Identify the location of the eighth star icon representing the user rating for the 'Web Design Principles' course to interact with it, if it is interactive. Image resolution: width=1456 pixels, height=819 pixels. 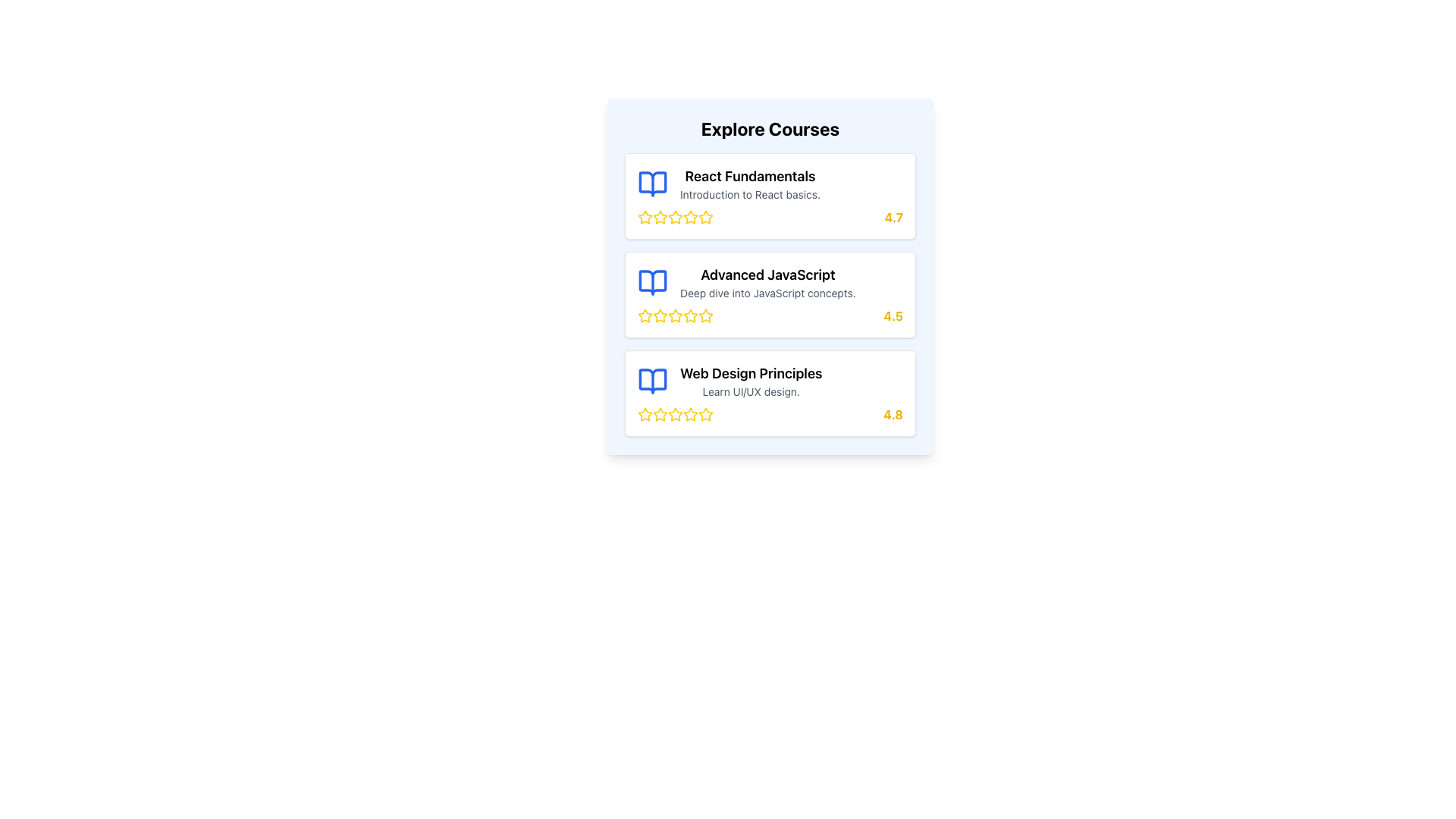
(705, 415).